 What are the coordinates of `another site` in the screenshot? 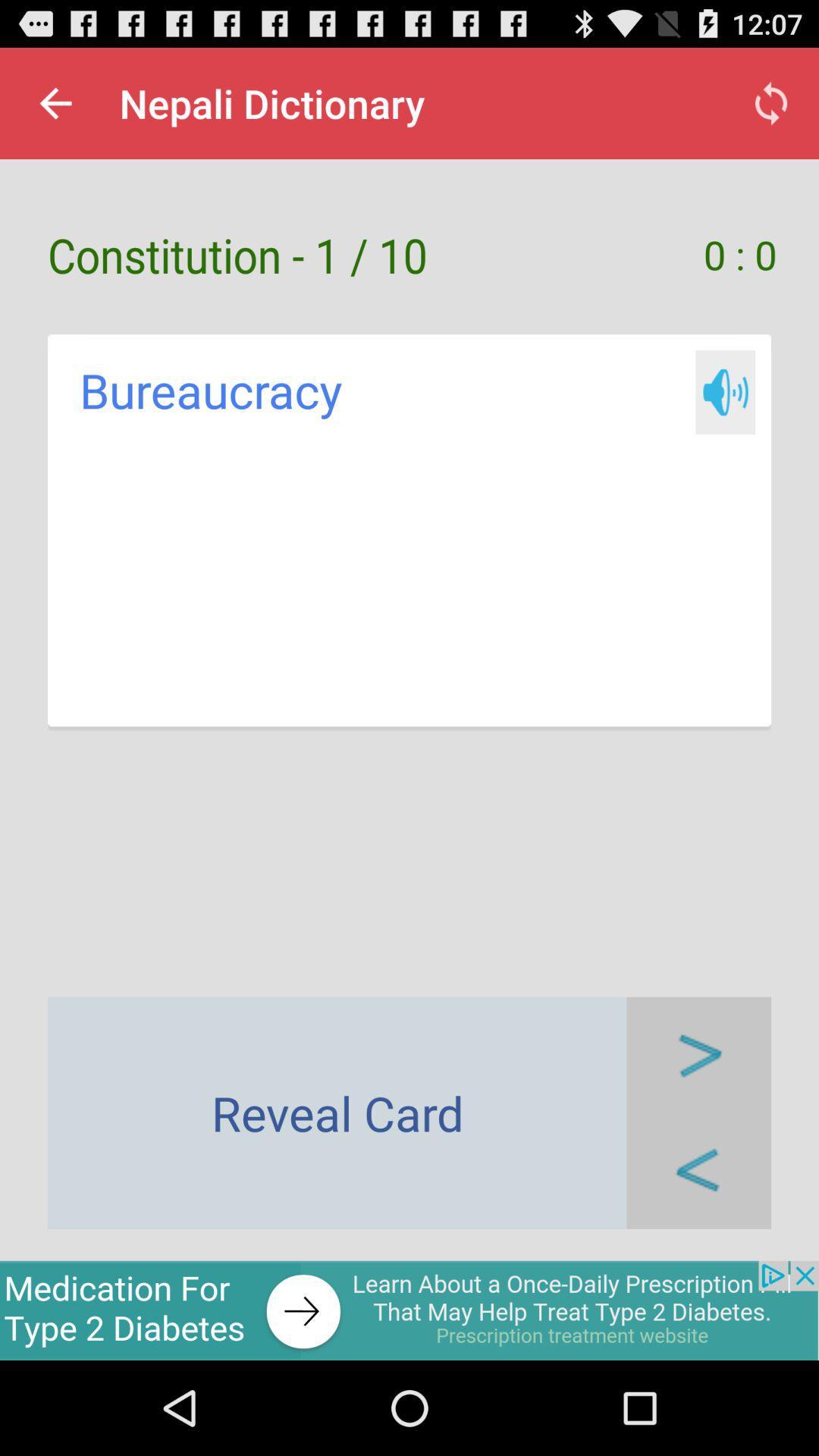 It's located at (409, 1310).